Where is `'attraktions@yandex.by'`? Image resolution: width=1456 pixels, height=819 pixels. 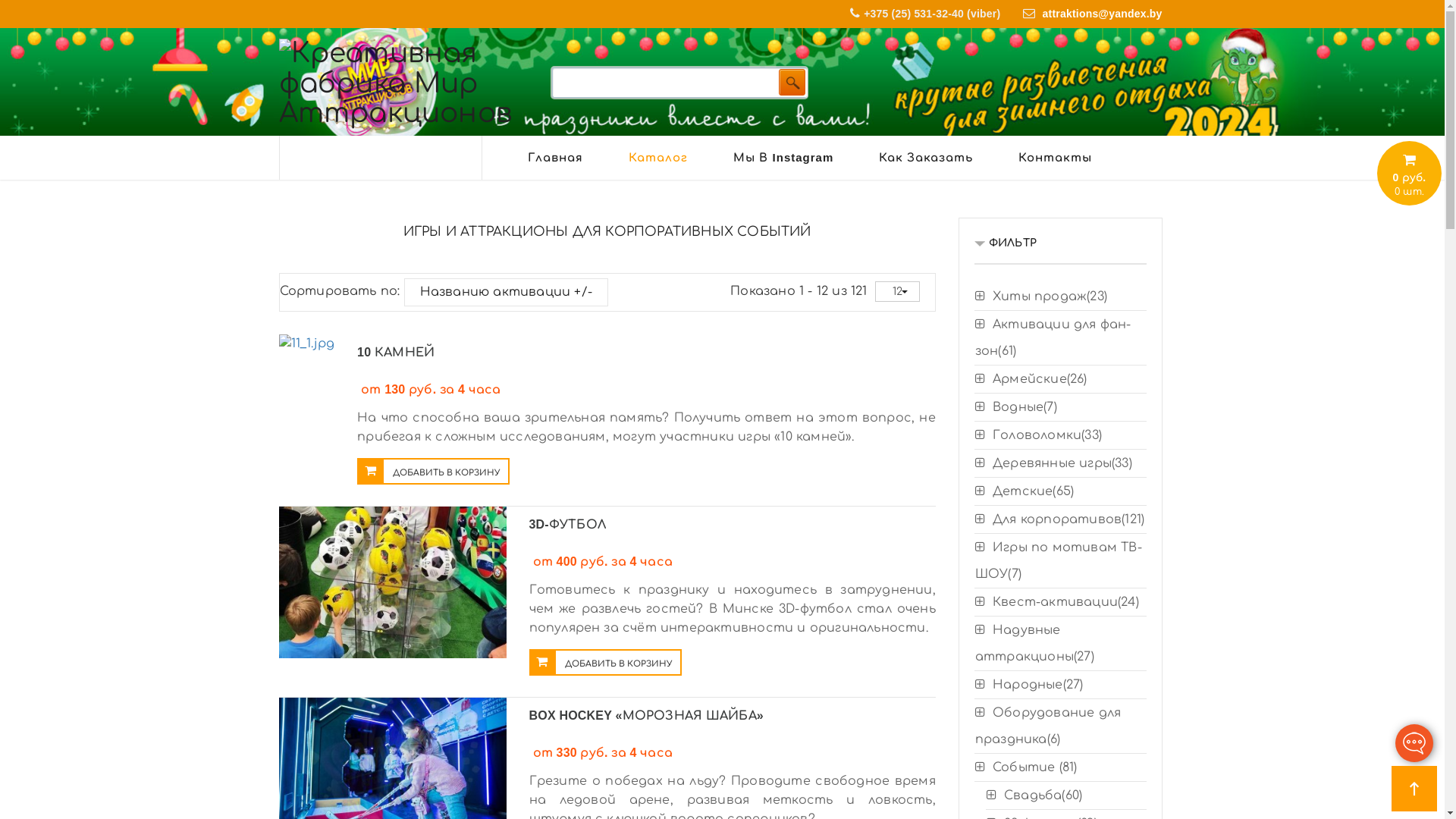 'attraktions@yandex.by' is located at coordinates (1041, 14).